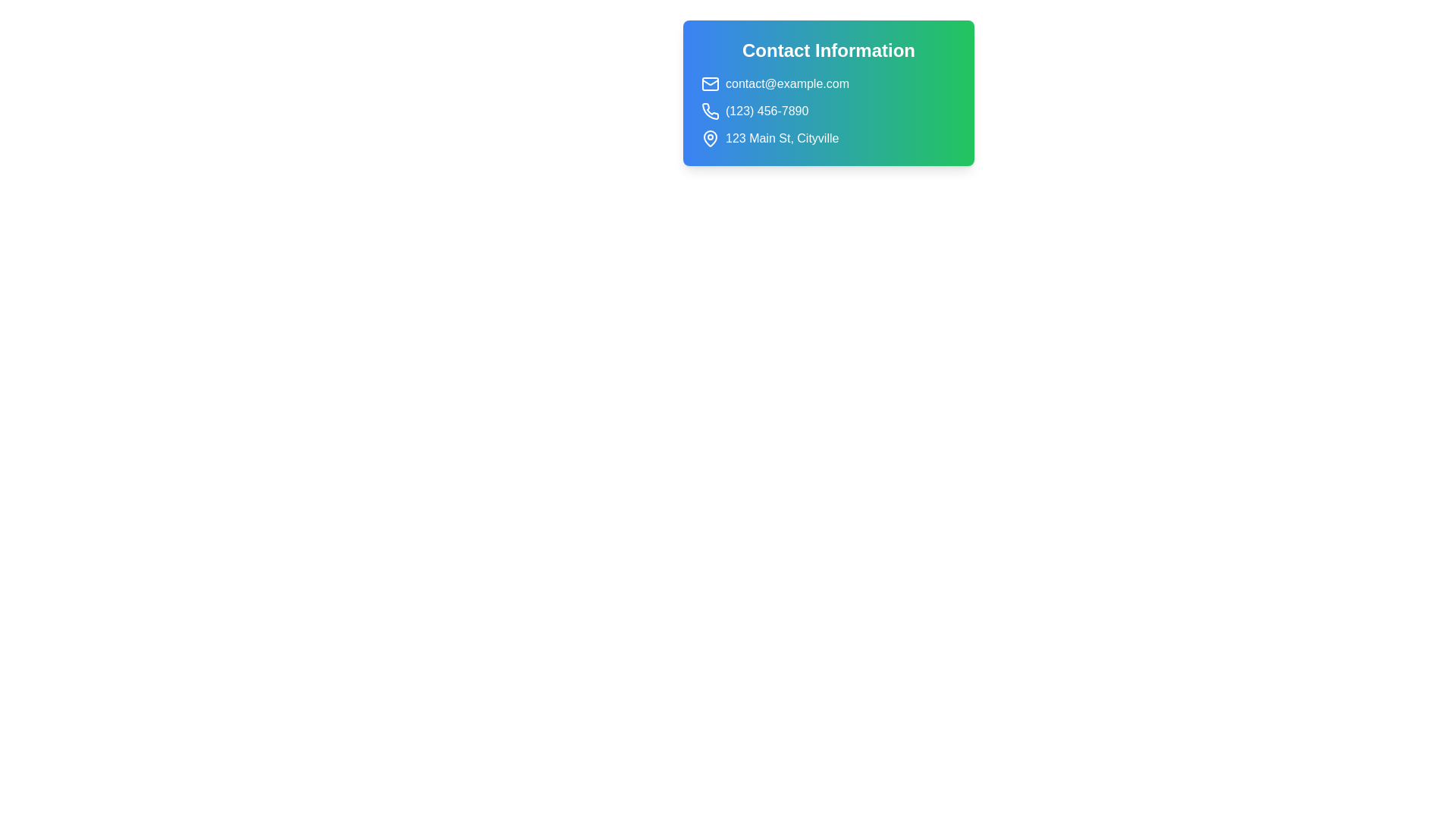  Describe the element at coordinates (786, 84) in the screenshot. I see `the text display element that shows the email address for copying it, located within the 'Contact Information' card and positioned to the right of the email icon` at that location.